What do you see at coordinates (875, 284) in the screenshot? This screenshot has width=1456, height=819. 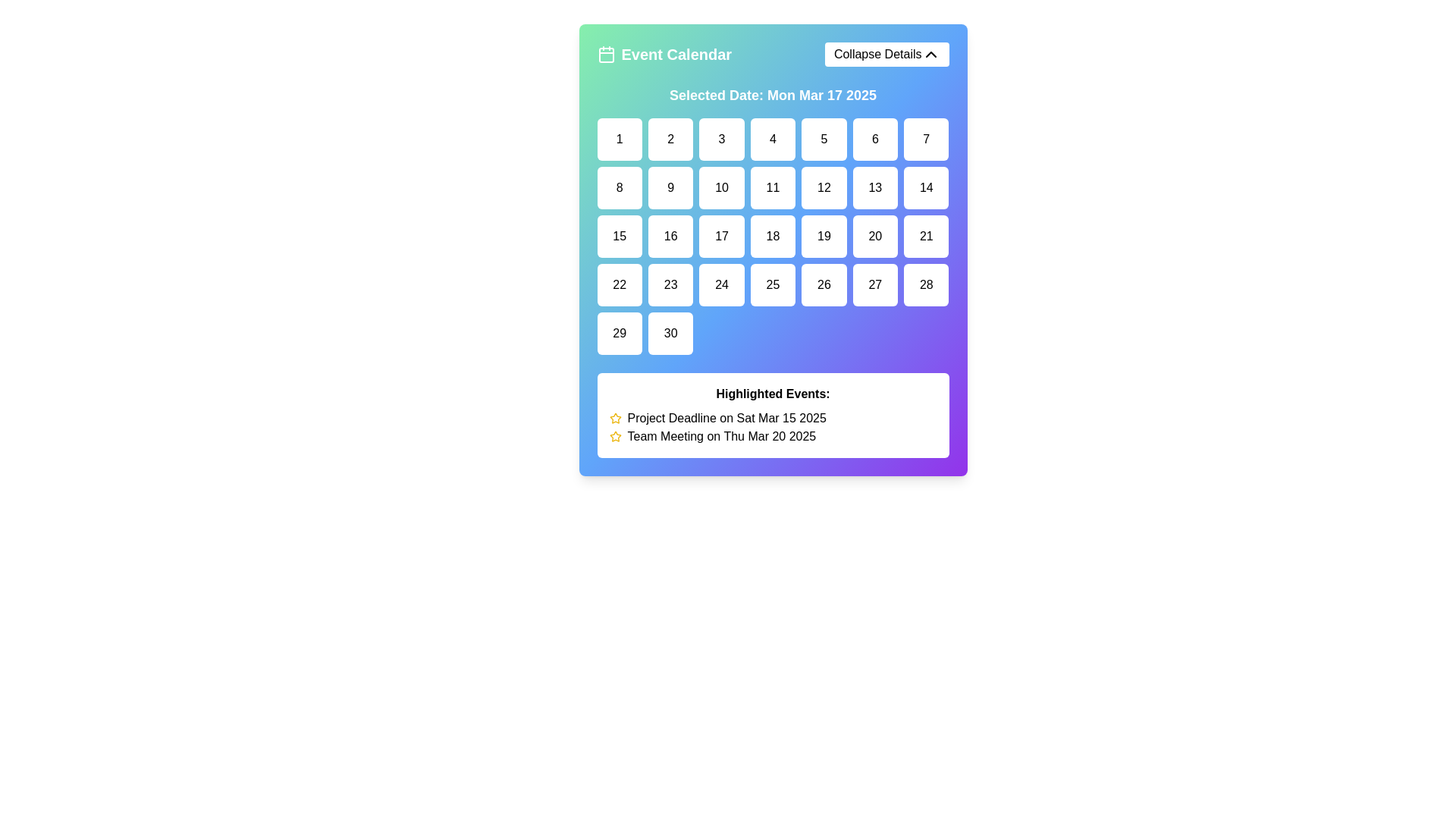 I see `the button displaying the number '27' with a white background and black text, located in the fifth row and fifth column of the calendar grid` at bounding box center [875, 284].